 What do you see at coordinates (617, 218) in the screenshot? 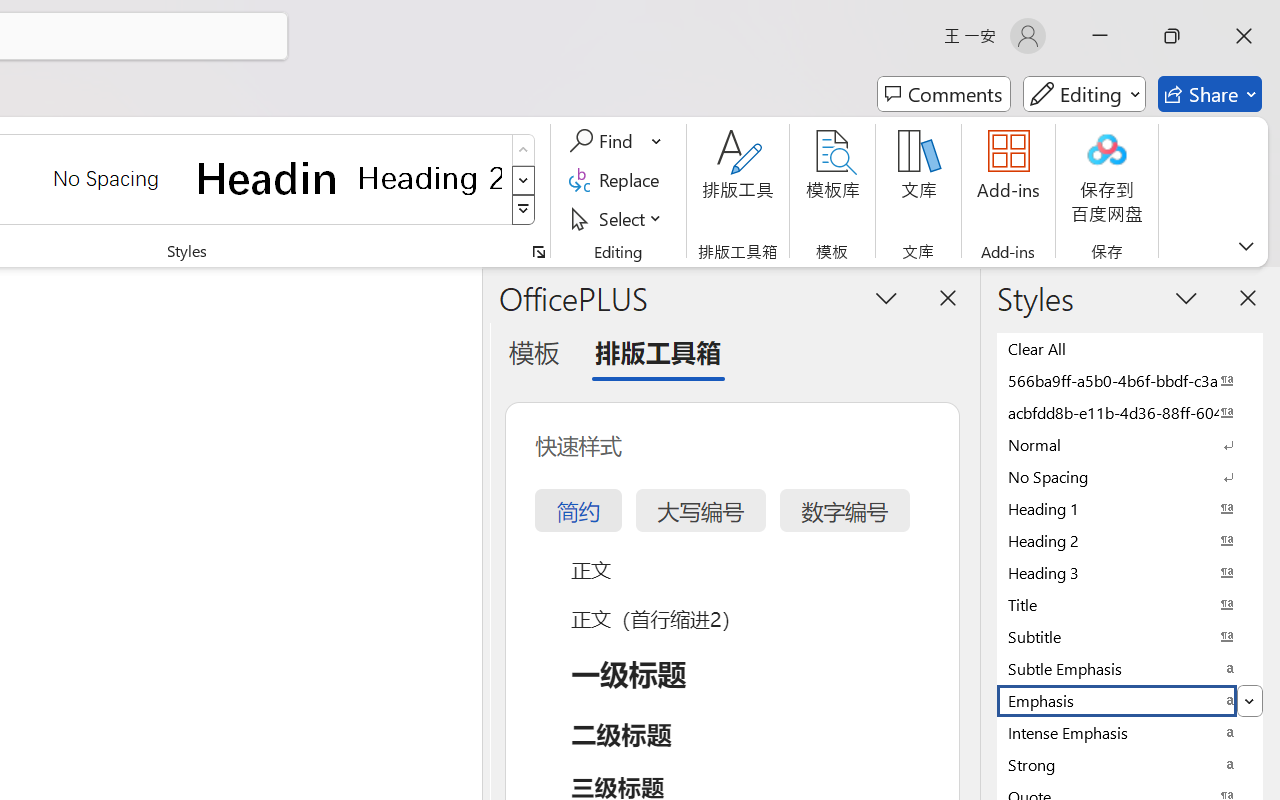
I see `'Select'` at bounding box center [617, 218].